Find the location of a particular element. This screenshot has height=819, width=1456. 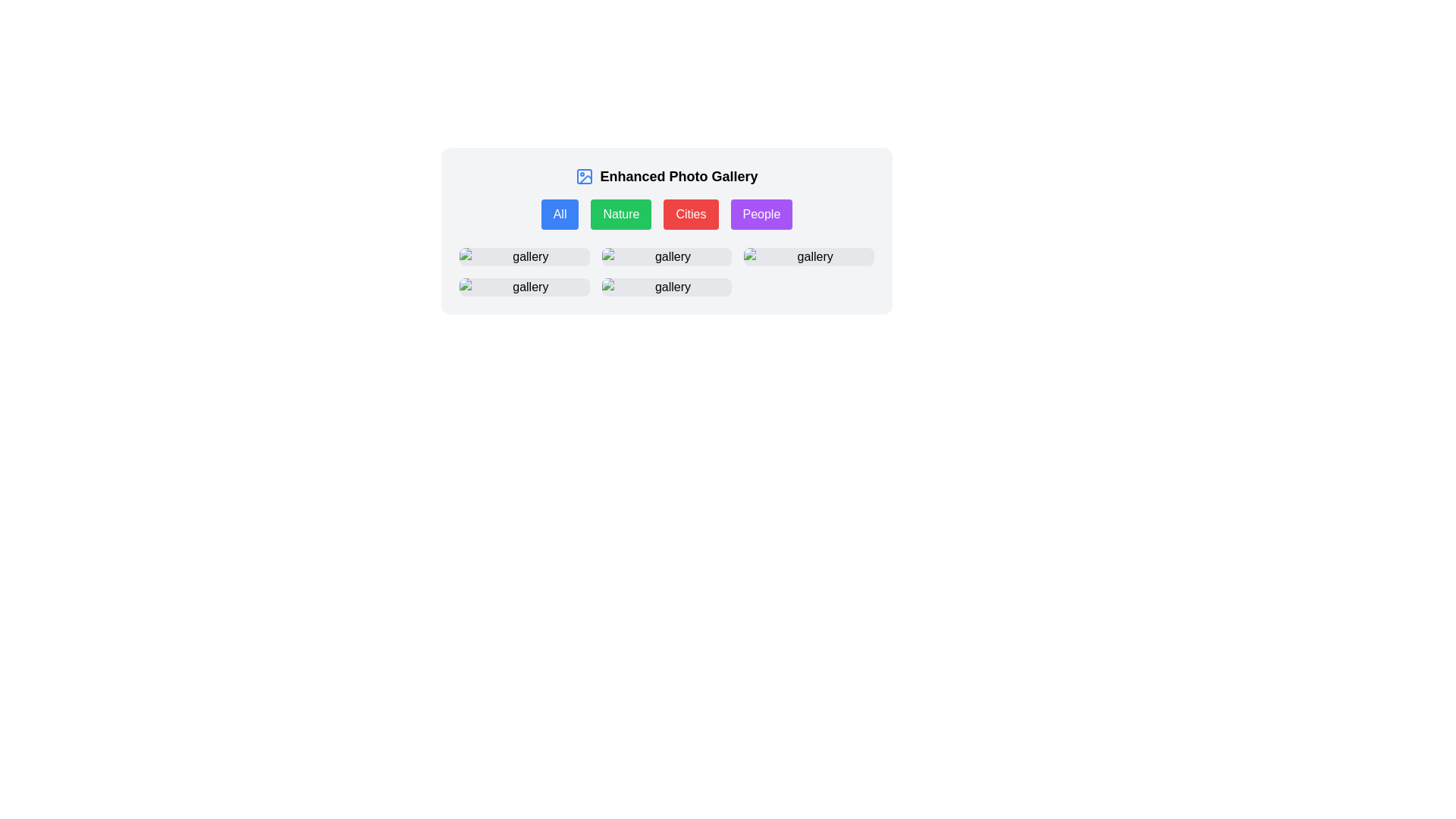

the 'Nature' category filter button, which is the second button in a horizontal group under the 'Enhanced Photo Gallery' header is located at coordinates (621, 214).